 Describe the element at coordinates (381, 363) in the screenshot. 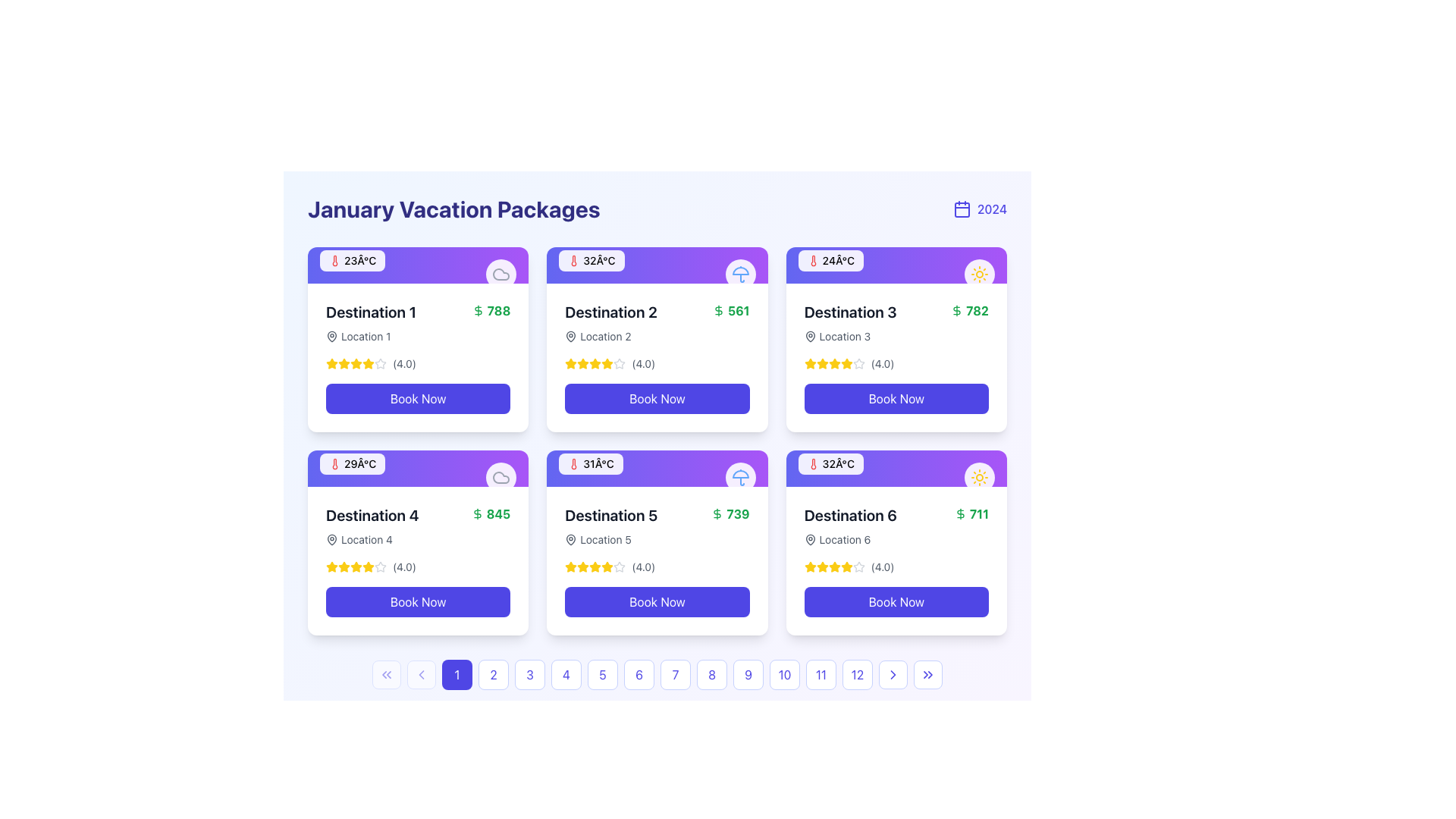

I see `the fifth non-selected rating star icon for the item 'Destination 1'` at that location.